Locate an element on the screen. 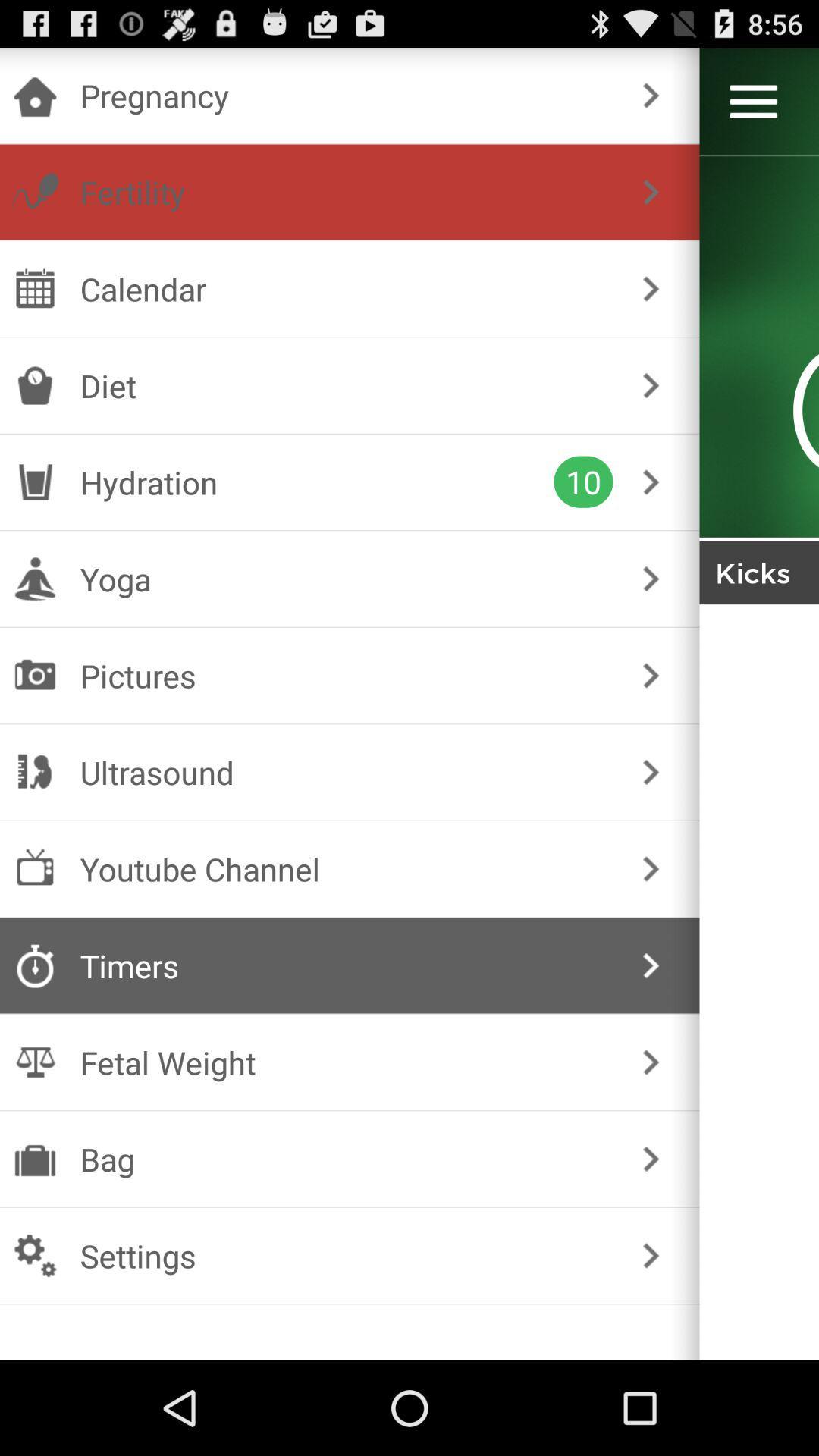  the app next to 00 is located at coordinates (650, 288).